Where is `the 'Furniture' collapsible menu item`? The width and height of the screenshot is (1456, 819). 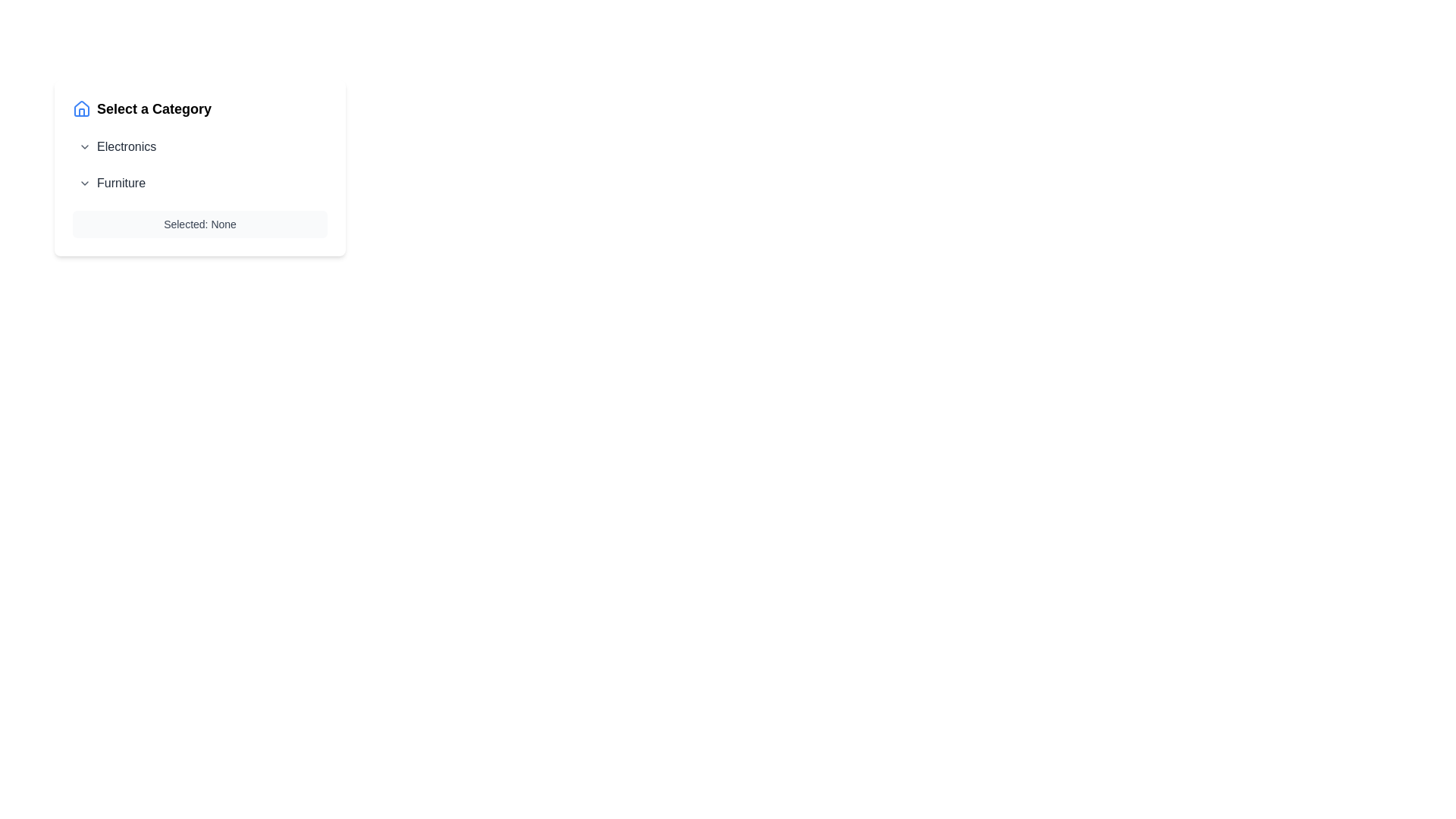 the 'Furniture' collapsible menu item is located at coordinates (199, 183).